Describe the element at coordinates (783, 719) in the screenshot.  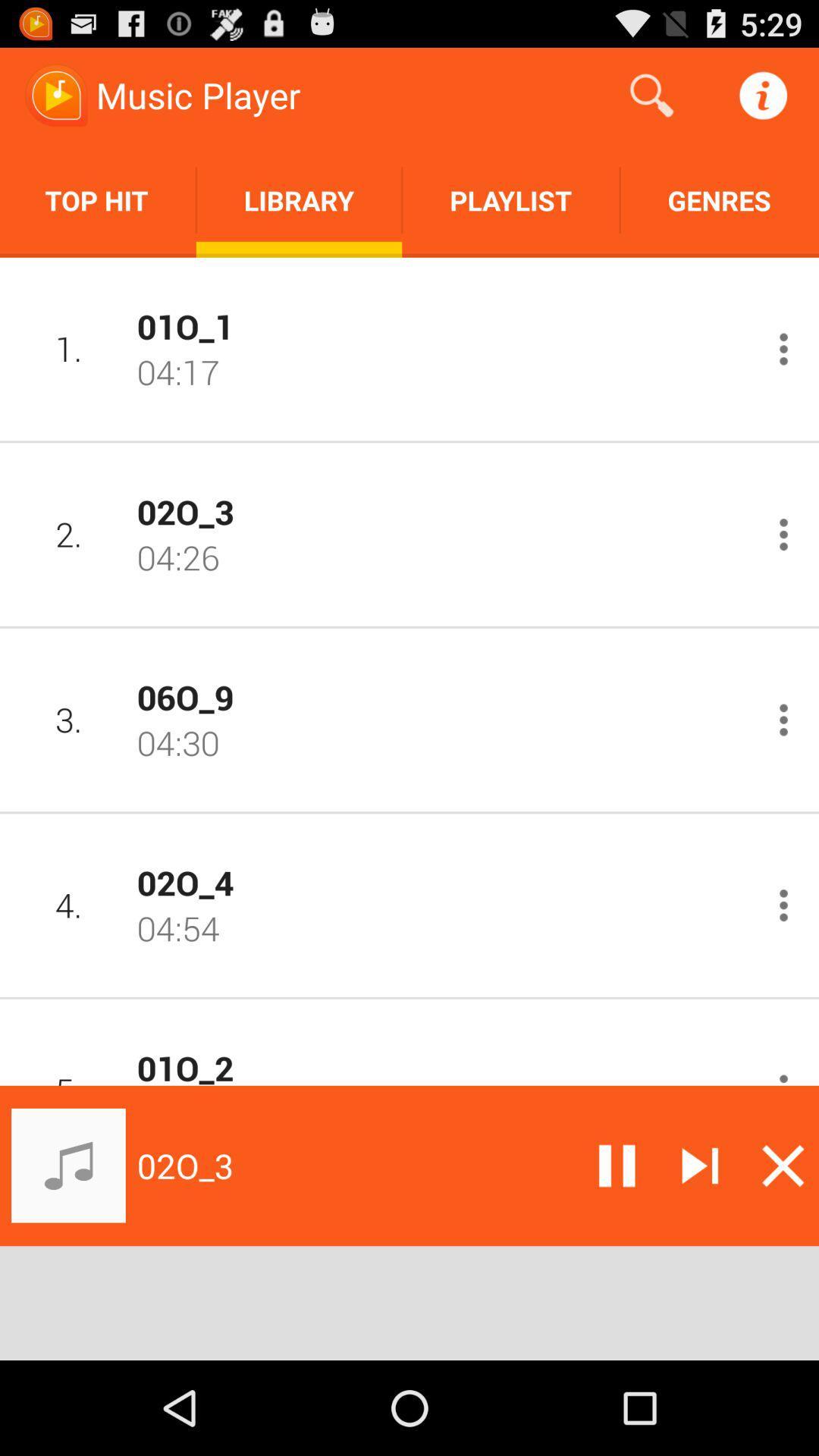
I see `more options` at that location.